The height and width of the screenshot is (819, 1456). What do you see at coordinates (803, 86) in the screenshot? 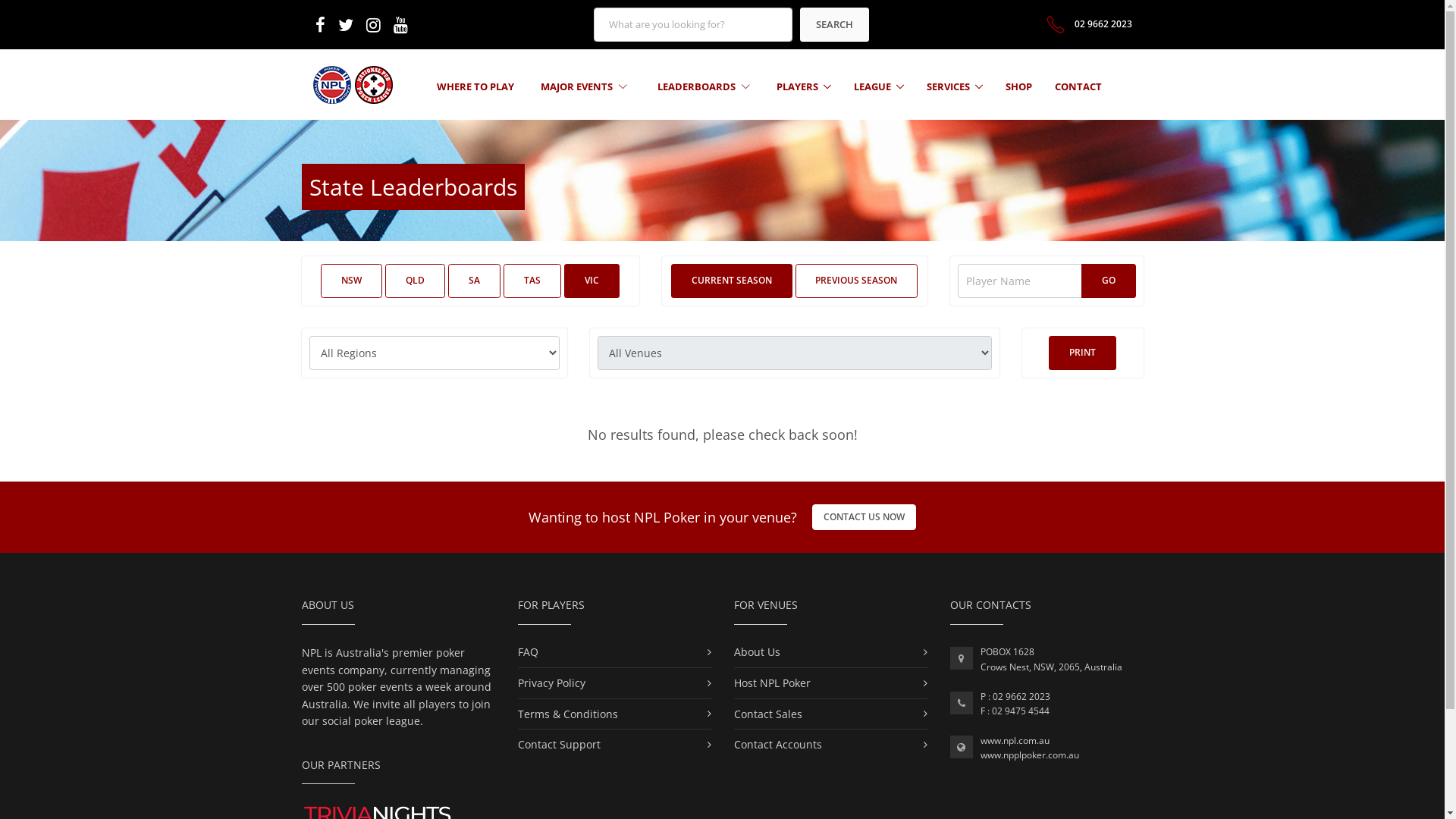
I see `'PLAYERS'` at bounding box center [803, 86].